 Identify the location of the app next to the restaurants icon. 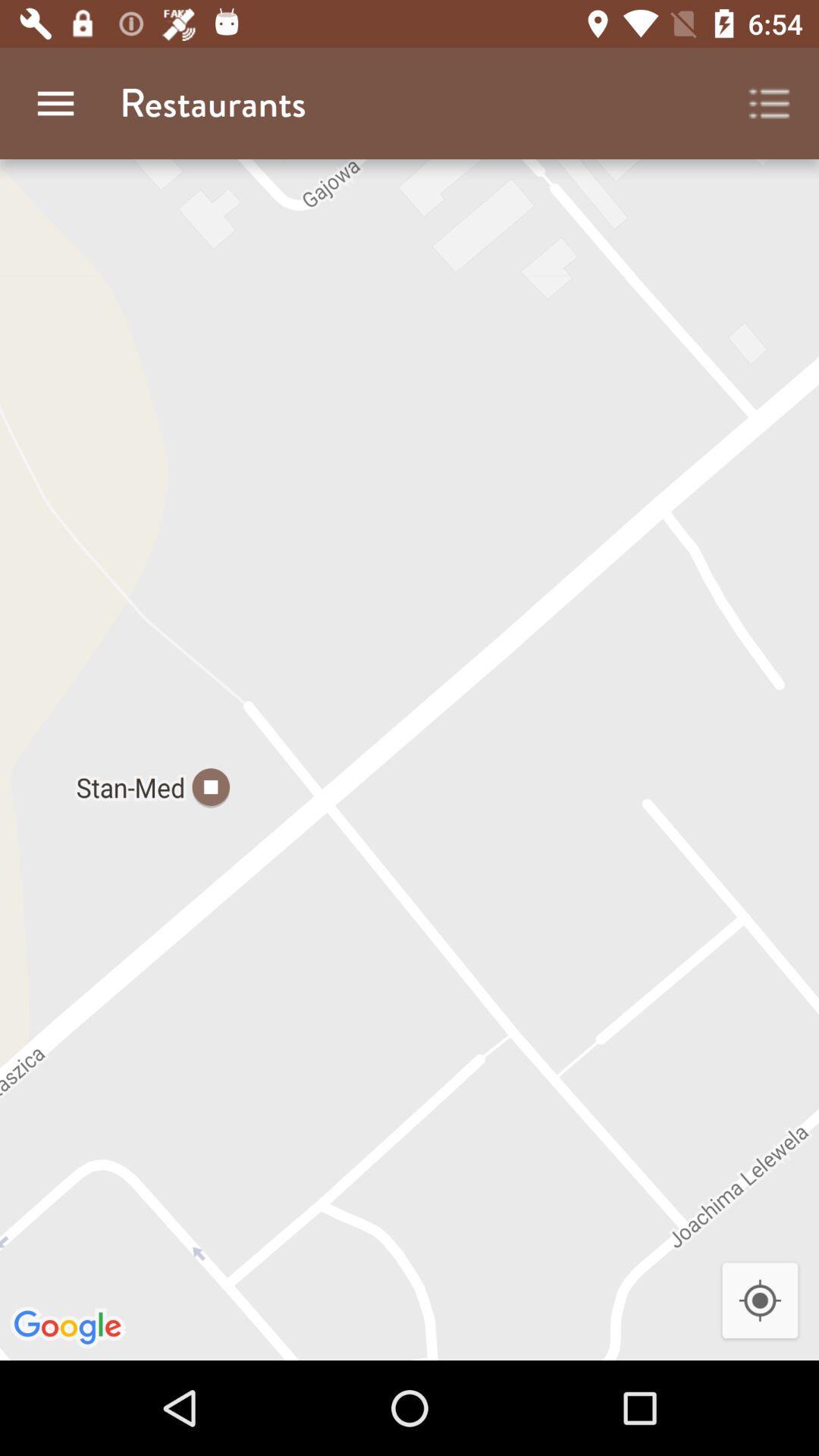
(770, 102).